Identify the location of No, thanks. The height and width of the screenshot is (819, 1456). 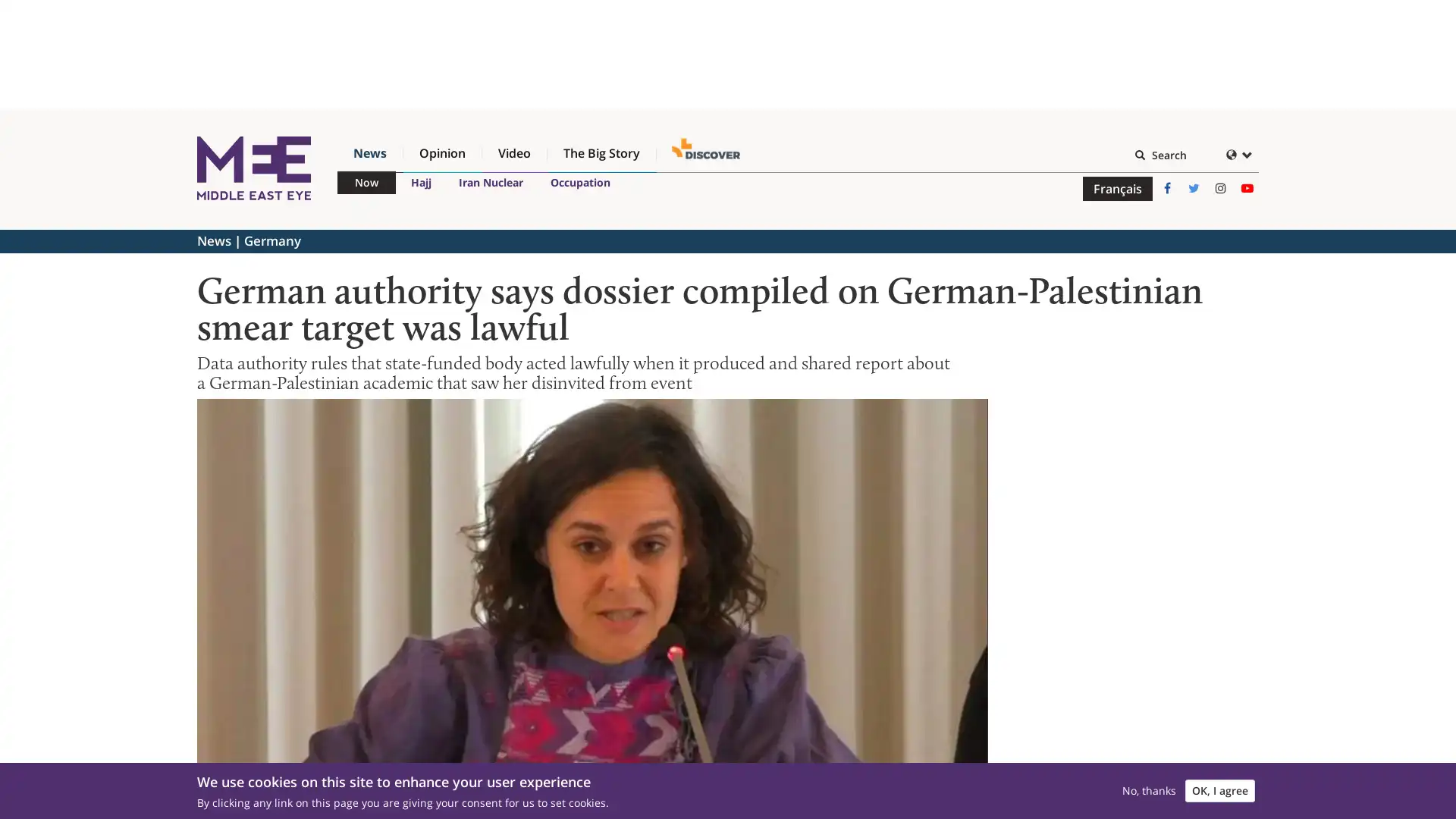
(1149, 785).